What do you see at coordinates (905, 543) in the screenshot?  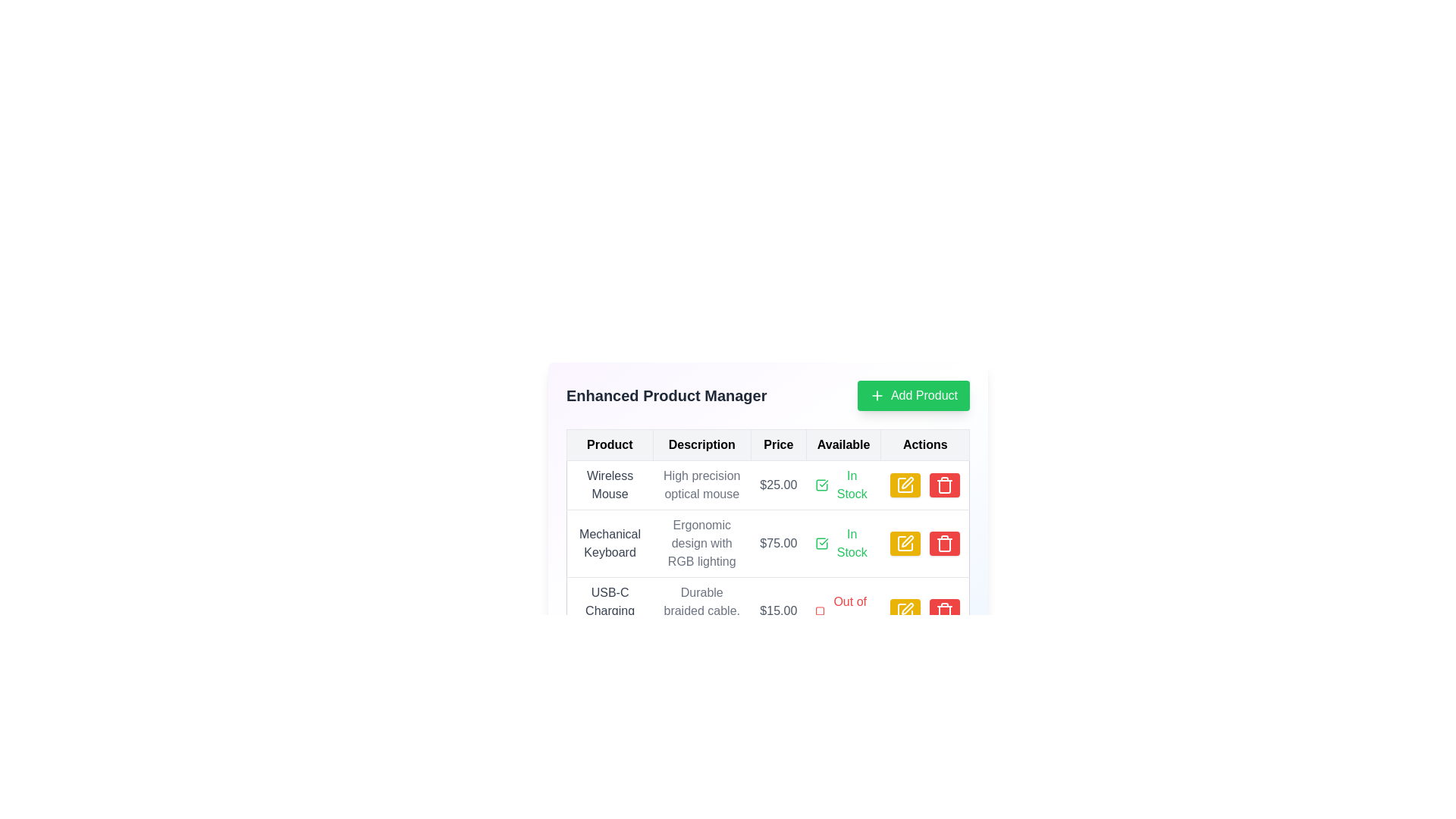 I see `the square yellow button with rounded corners and a white pen icon located in the 'Actions' column of the second row ('Mechanical Keyboard')` at bounding box center [905, 543].